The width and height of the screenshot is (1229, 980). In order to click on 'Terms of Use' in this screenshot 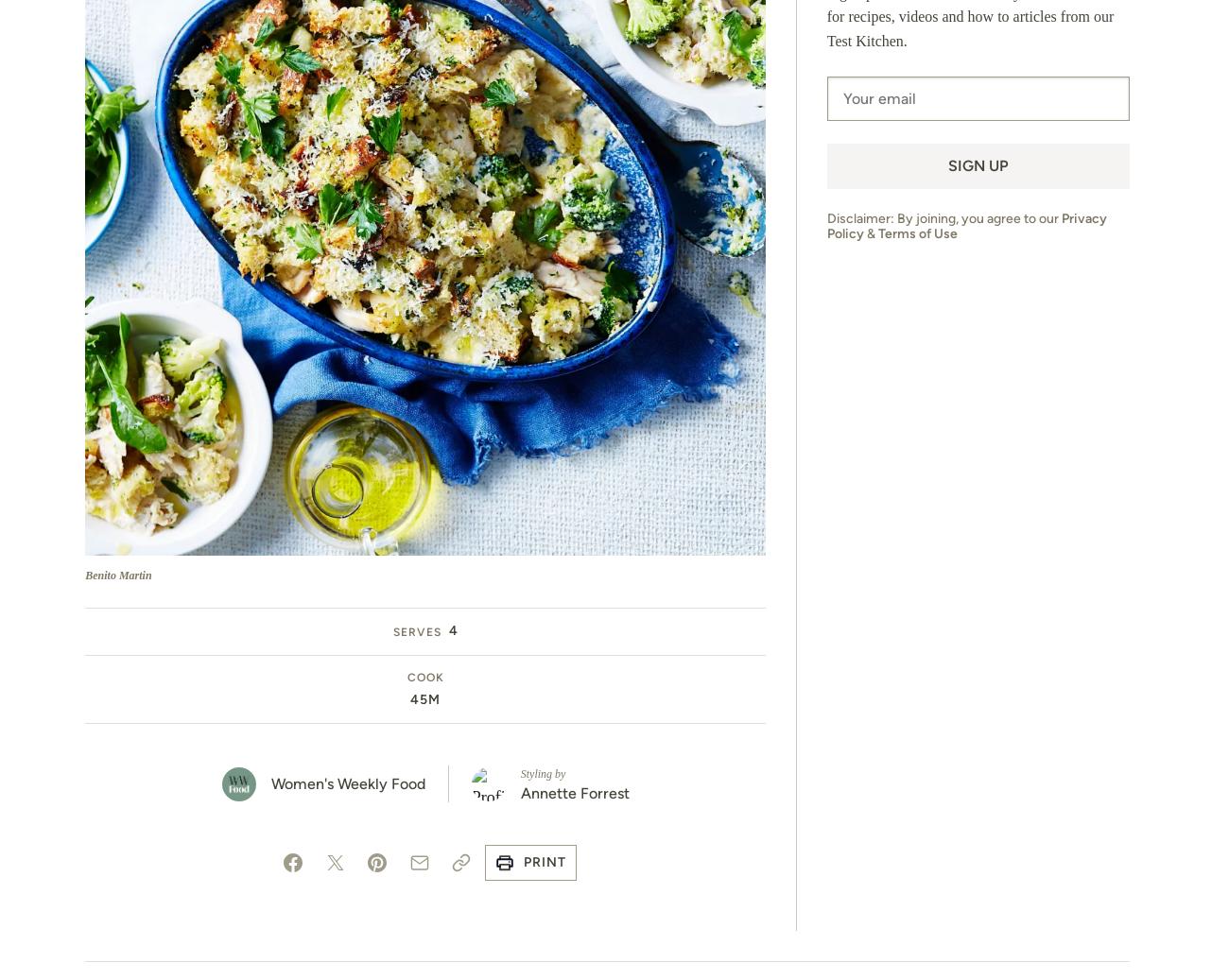, I will do `click(917, 232)`.